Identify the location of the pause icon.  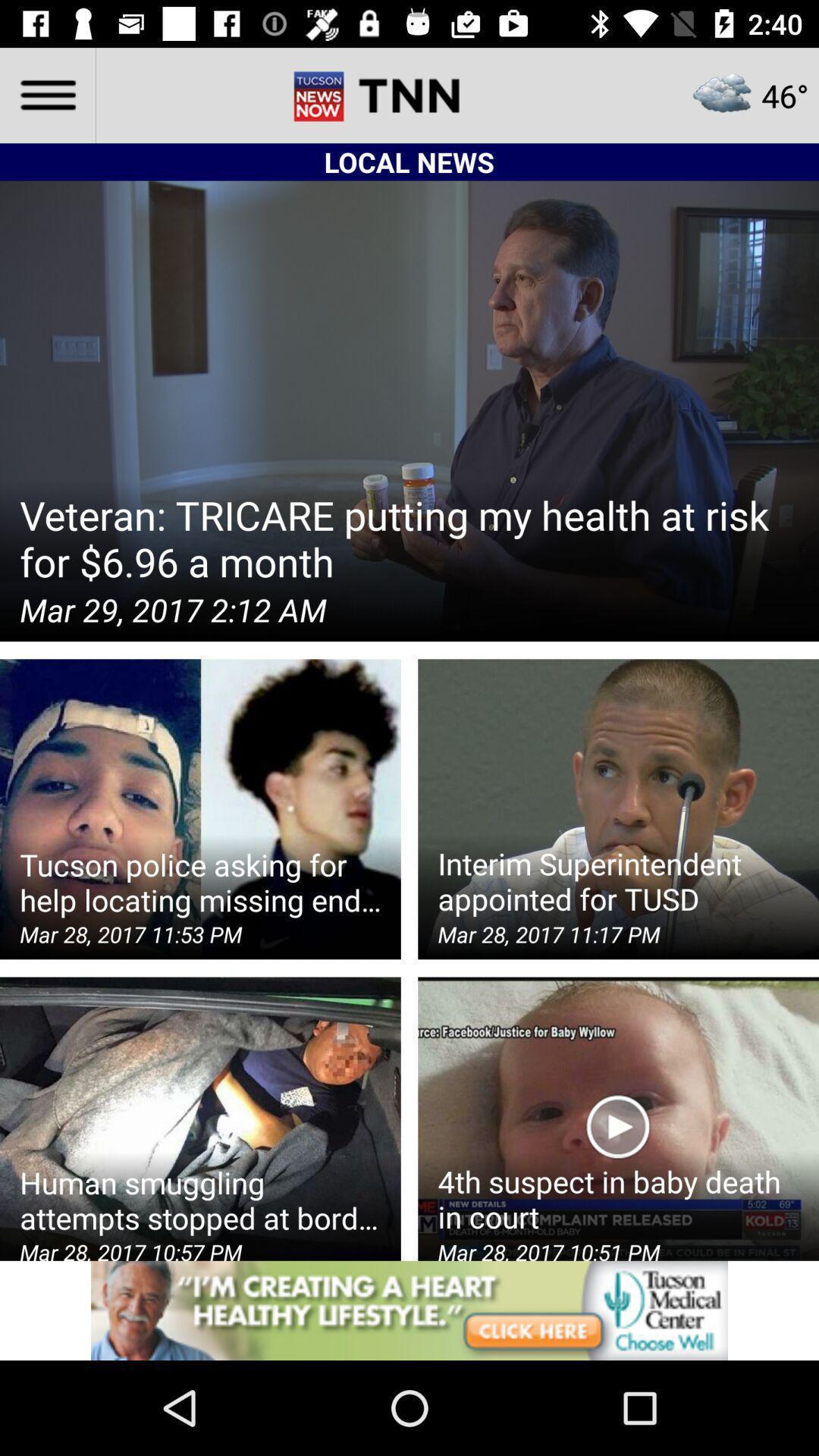
(356, 94).